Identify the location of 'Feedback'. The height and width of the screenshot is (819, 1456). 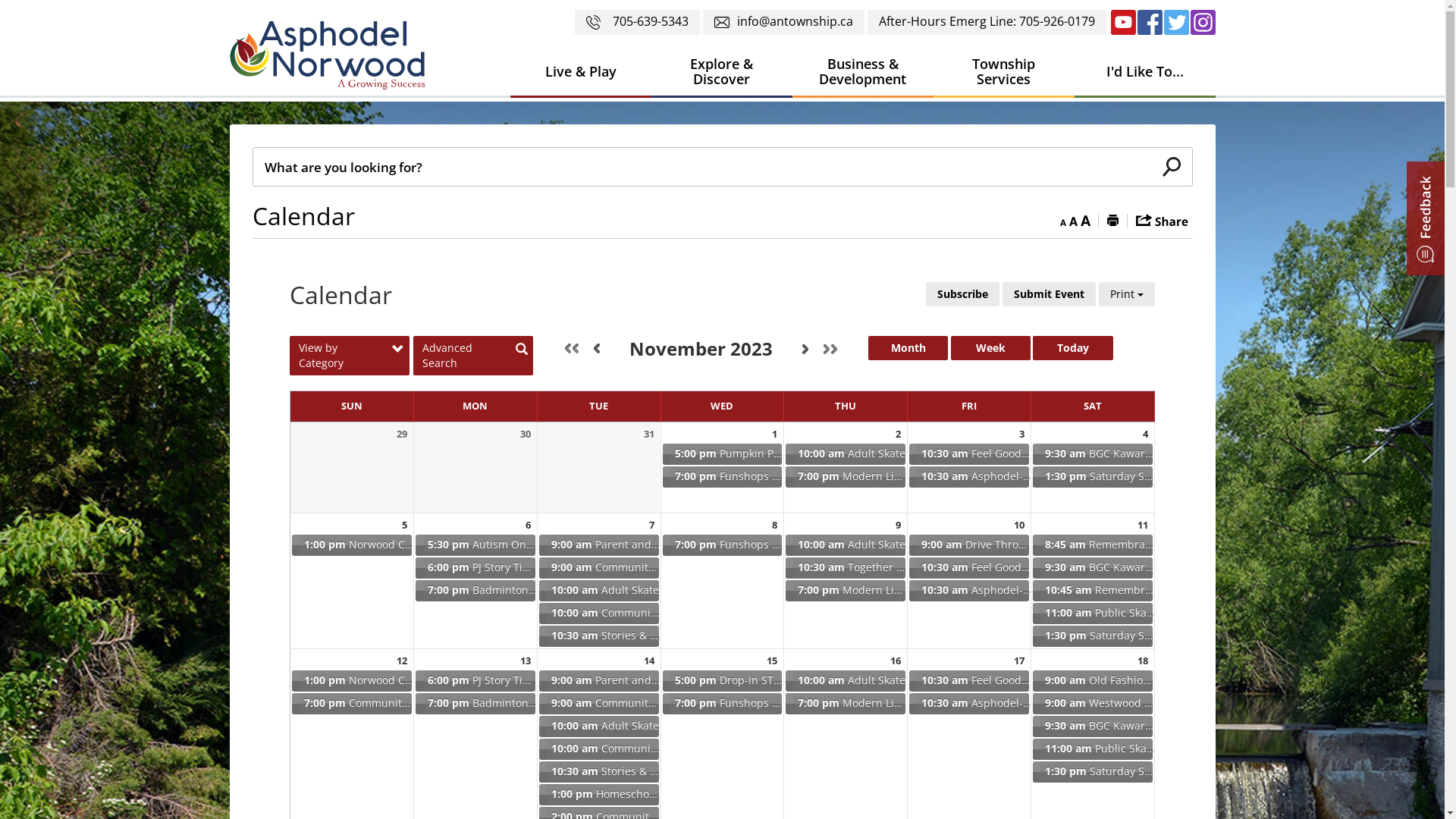
(1425, 218).